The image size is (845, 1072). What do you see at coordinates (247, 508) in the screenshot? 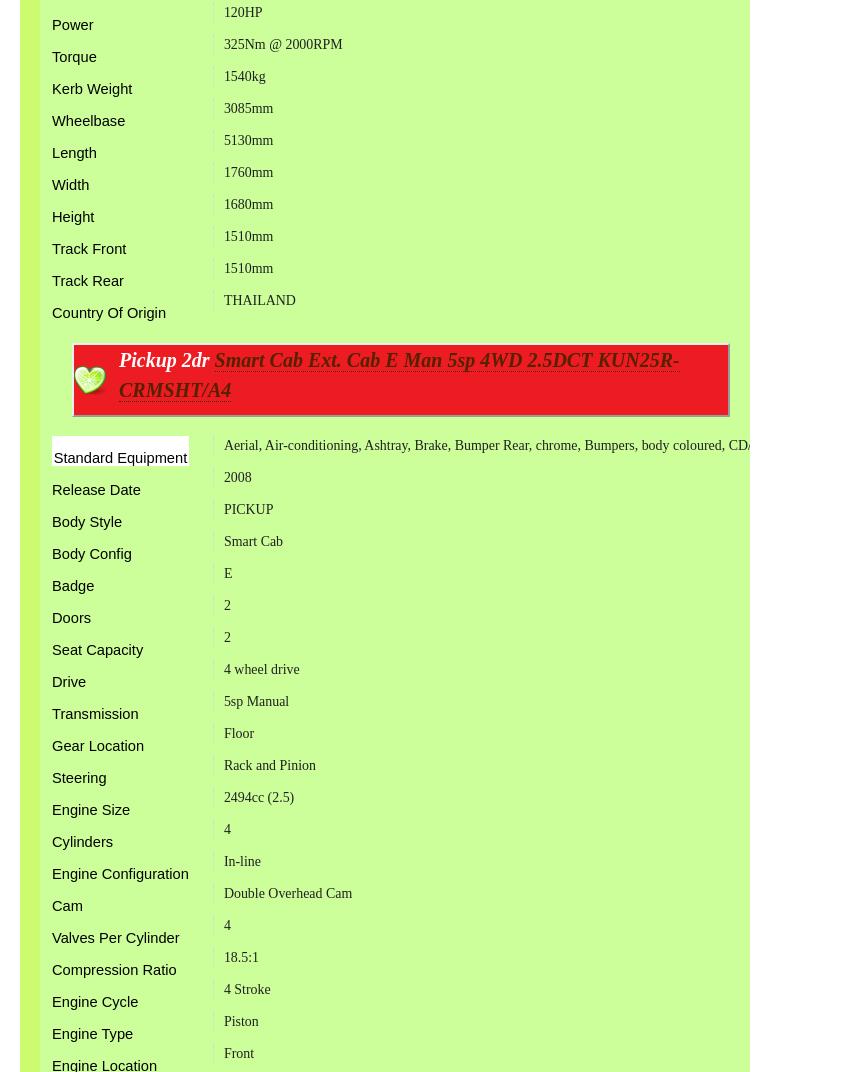
I see `'PICKUP'` at bounding box center [247, 508].